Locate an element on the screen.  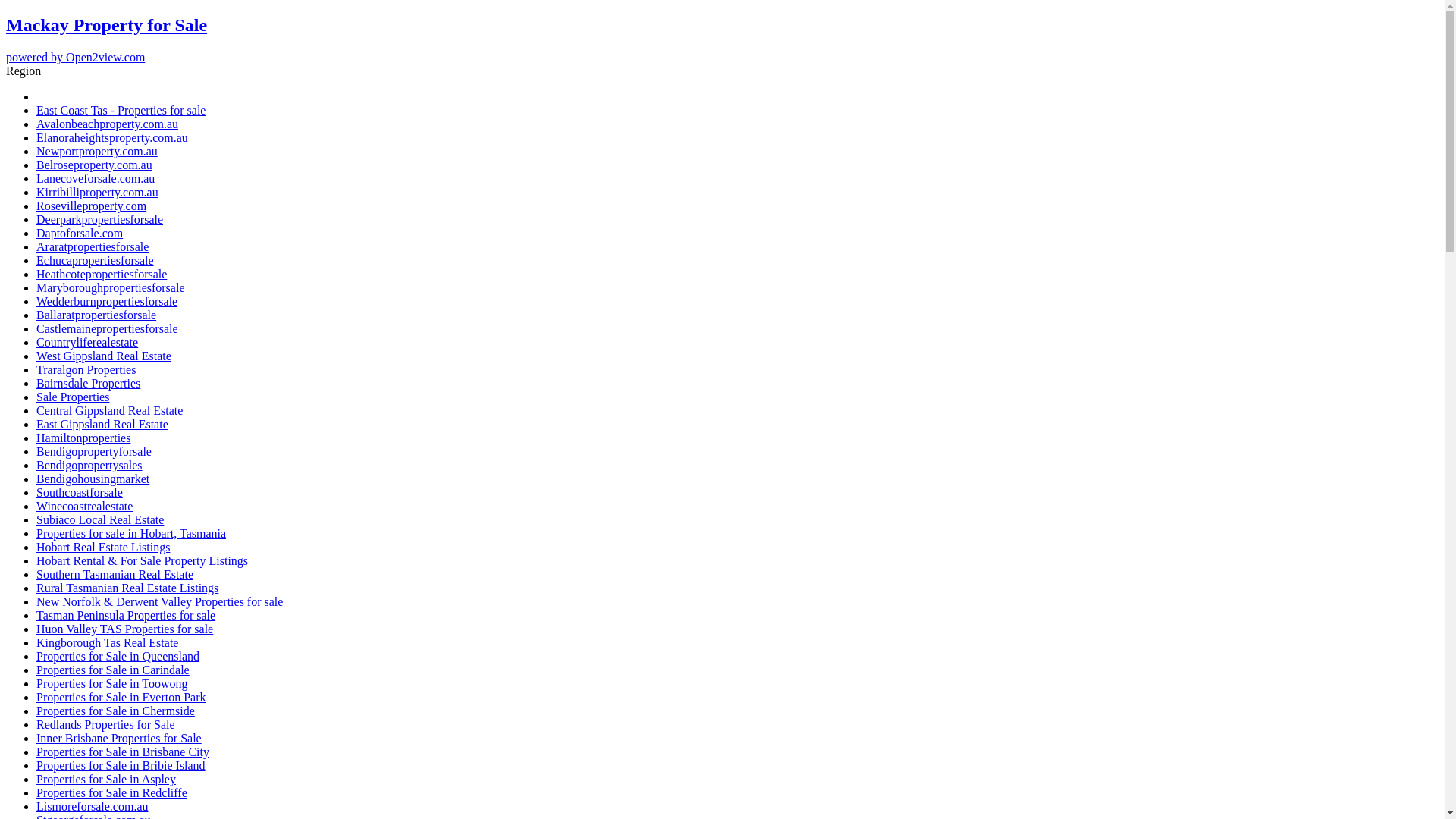
'Lismoreforsale.com.au' is located at coordinates (91, 805).